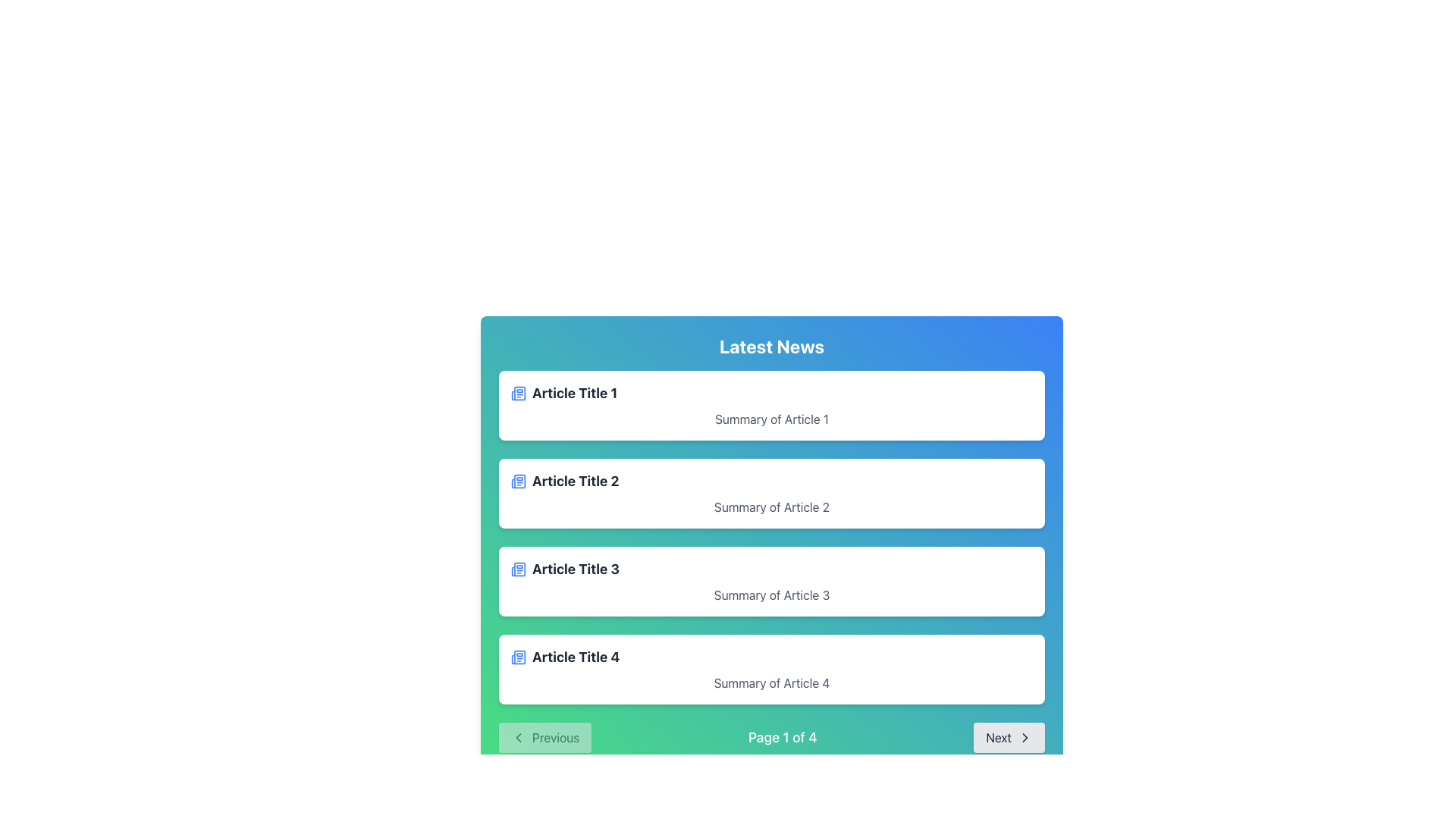 The width and height of the screenshot is (1456, 819). Describe the element at coordinates (519, 657) in the screenshot. I see `the icon representing 'Article Title 4', positioned to the left of the title text, to interact with its associated article feature` at that location.